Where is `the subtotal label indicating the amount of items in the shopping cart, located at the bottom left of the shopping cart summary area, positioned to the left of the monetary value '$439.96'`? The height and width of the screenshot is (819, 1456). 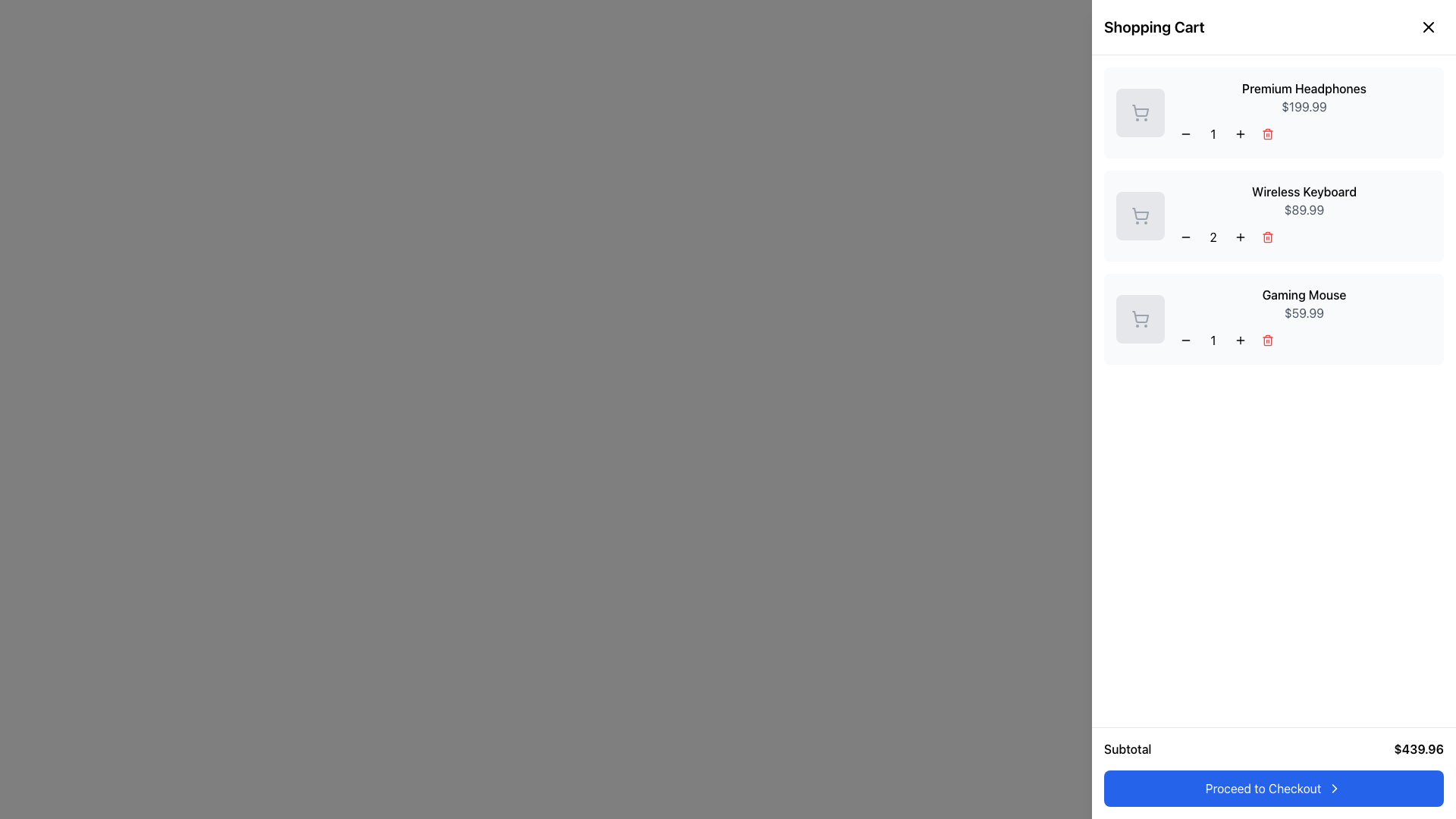 the subtotal label indicating the amount of items in the shopping cart, located at the bottom left of the shopping cart summary area, positioned to the left of the monetary value '$439.96' is located at coordinates (1128, 748).